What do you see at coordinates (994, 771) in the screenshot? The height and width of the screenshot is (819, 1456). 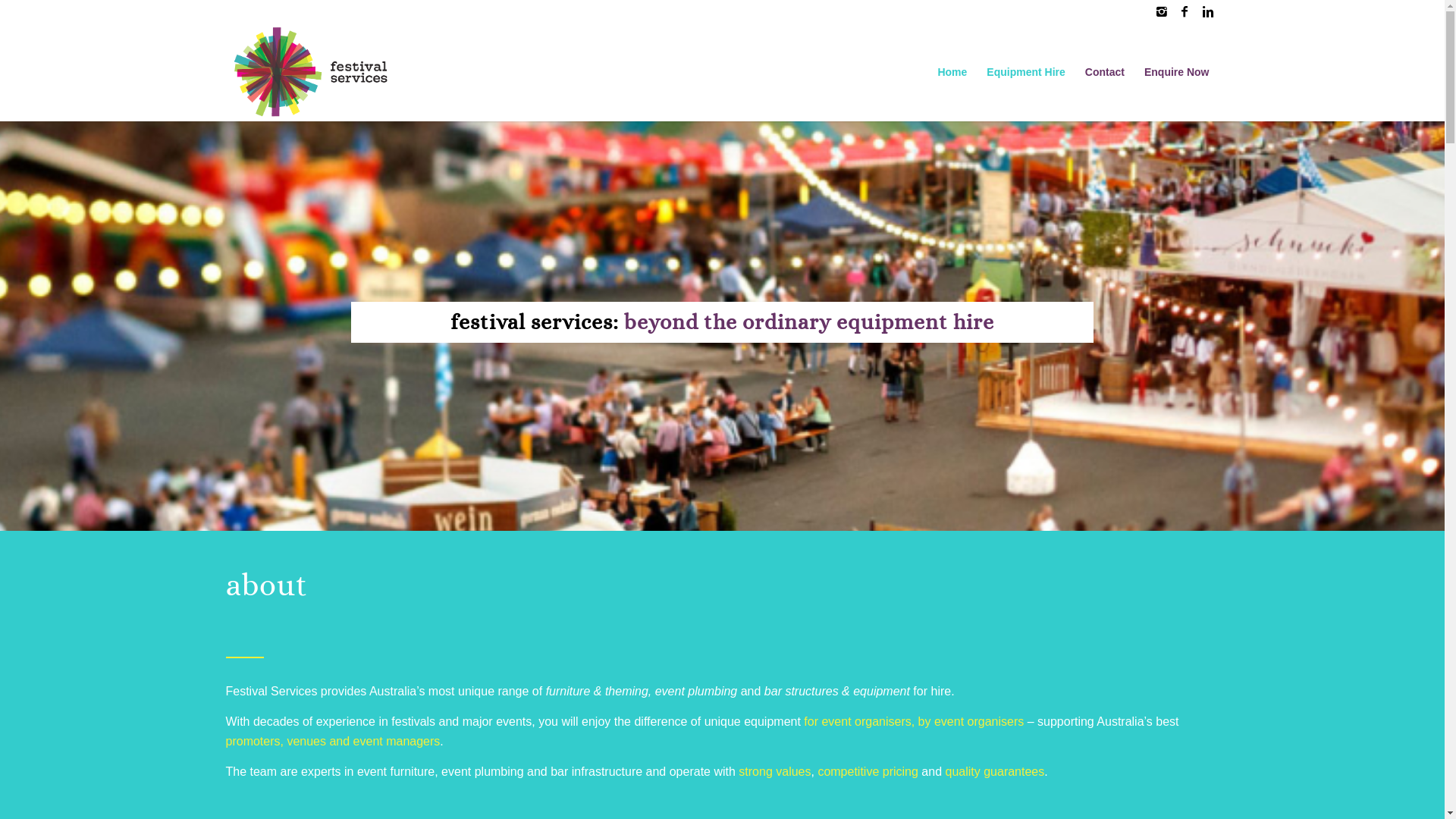 I see `'quality guarantees'` at bounding box center [994, 771].